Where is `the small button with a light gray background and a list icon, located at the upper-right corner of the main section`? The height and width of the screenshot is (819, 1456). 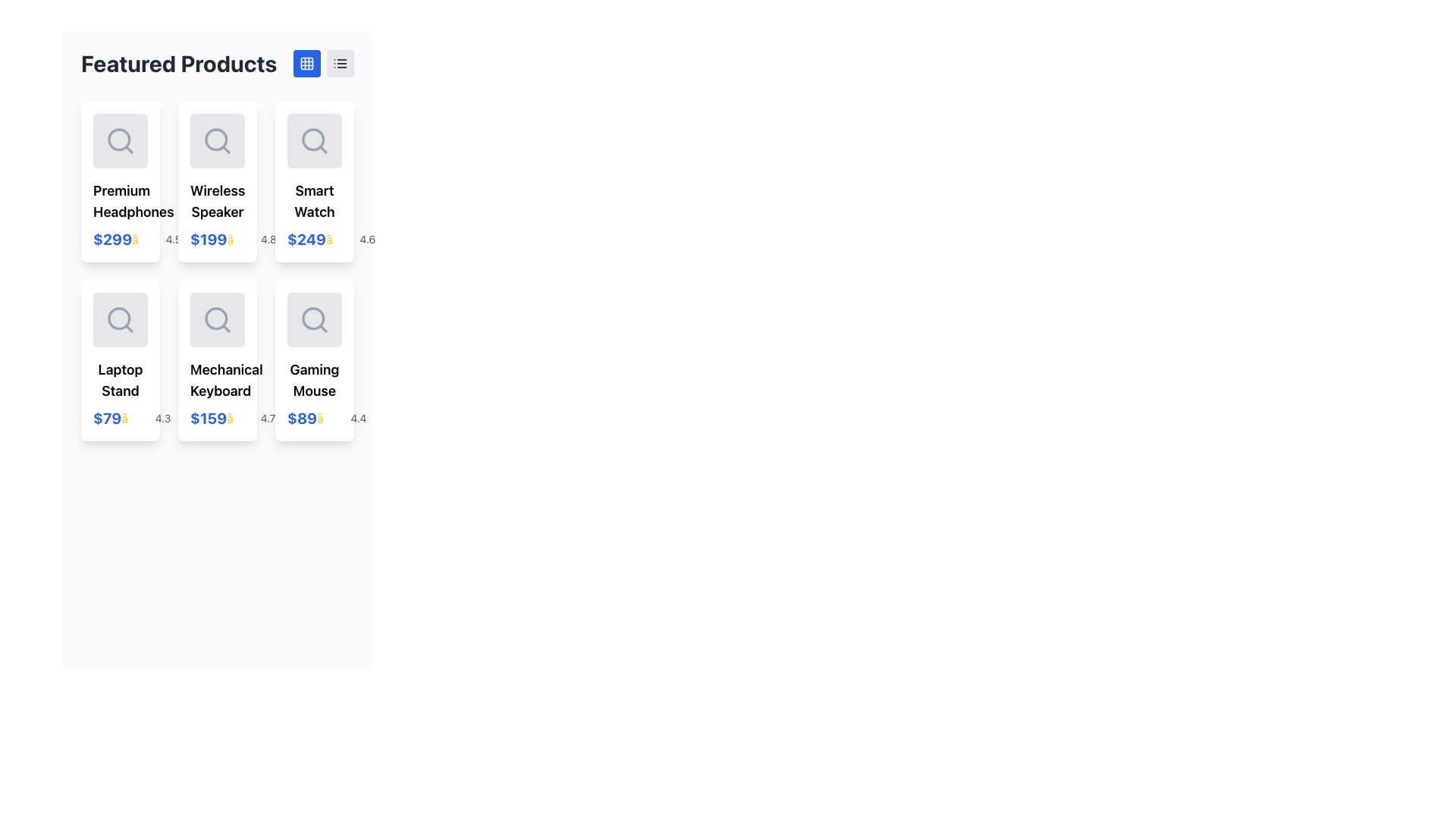 the small button with a light gray background and a list icon, located at the upper-right corner of the main section is located at coordinates (340, 63).